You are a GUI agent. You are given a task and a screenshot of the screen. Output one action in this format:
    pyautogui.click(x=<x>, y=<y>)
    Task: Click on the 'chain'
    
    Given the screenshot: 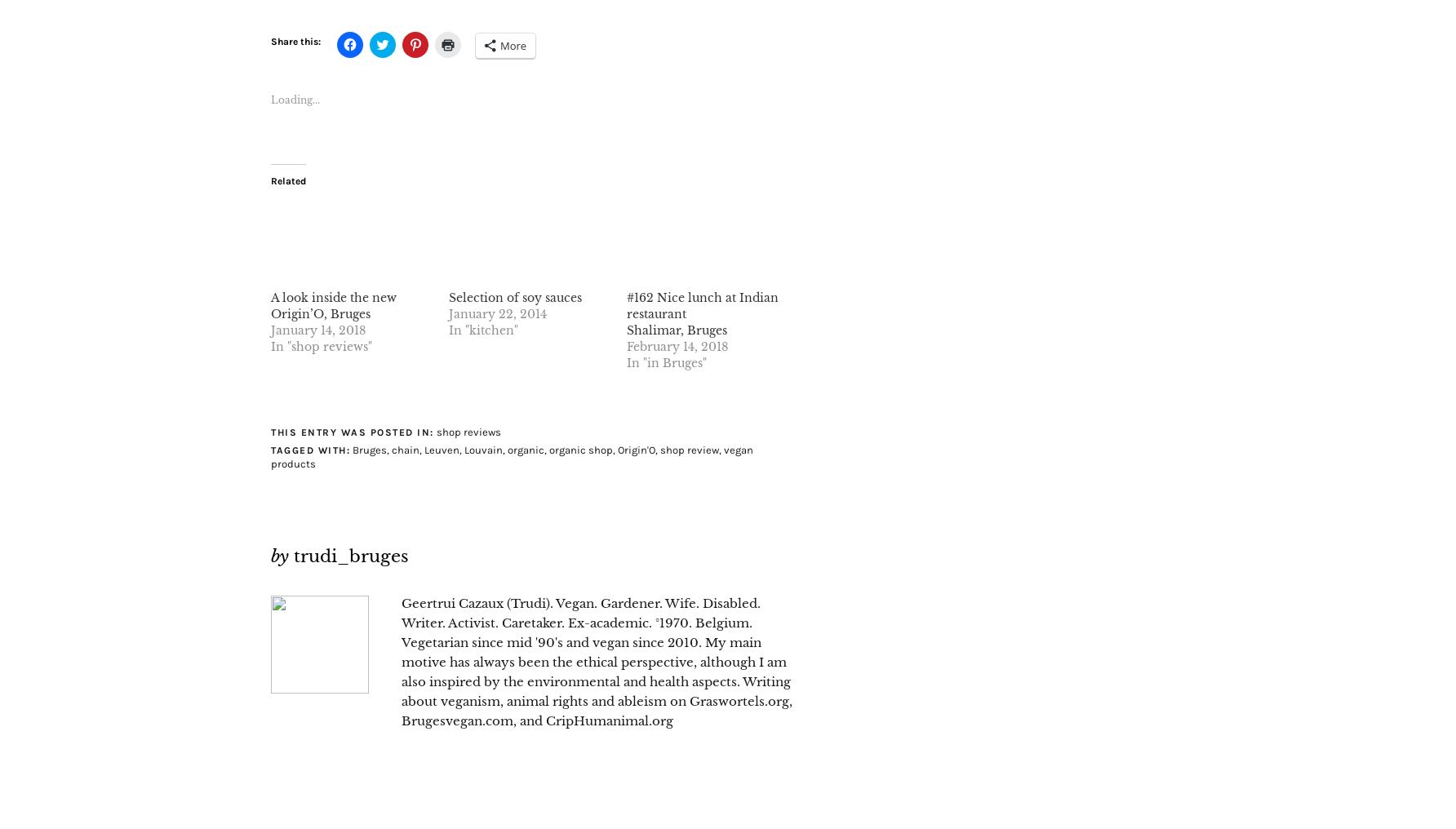 What is the action you would take?
    pyautogui.click(x=406, y=449)
    